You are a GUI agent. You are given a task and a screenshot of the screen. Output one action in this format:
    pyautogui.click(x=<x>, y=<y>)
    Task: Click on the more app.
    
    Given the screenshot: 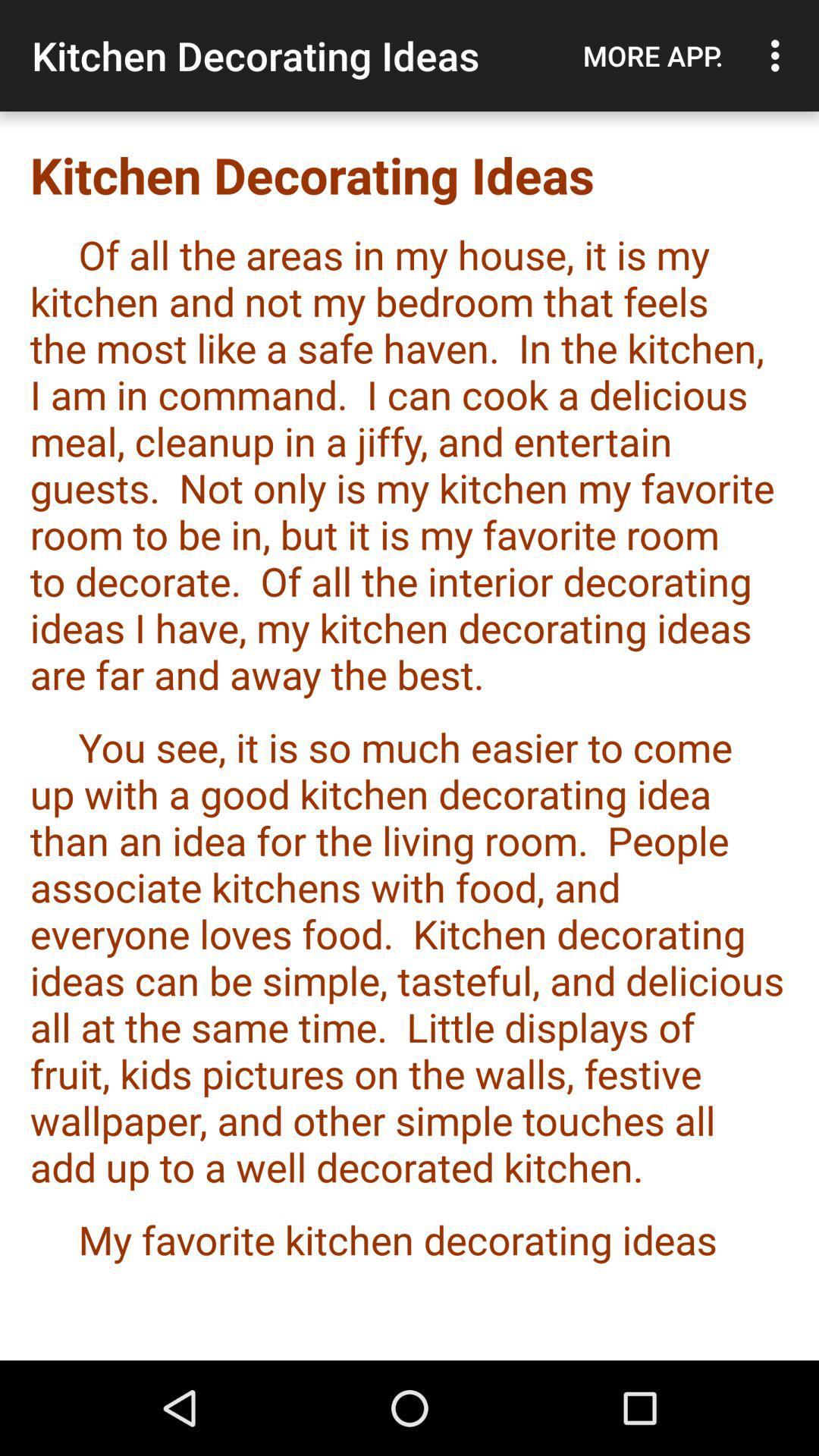 What is the action you would take?
    pyautogui.click(x=652, y=55)
    